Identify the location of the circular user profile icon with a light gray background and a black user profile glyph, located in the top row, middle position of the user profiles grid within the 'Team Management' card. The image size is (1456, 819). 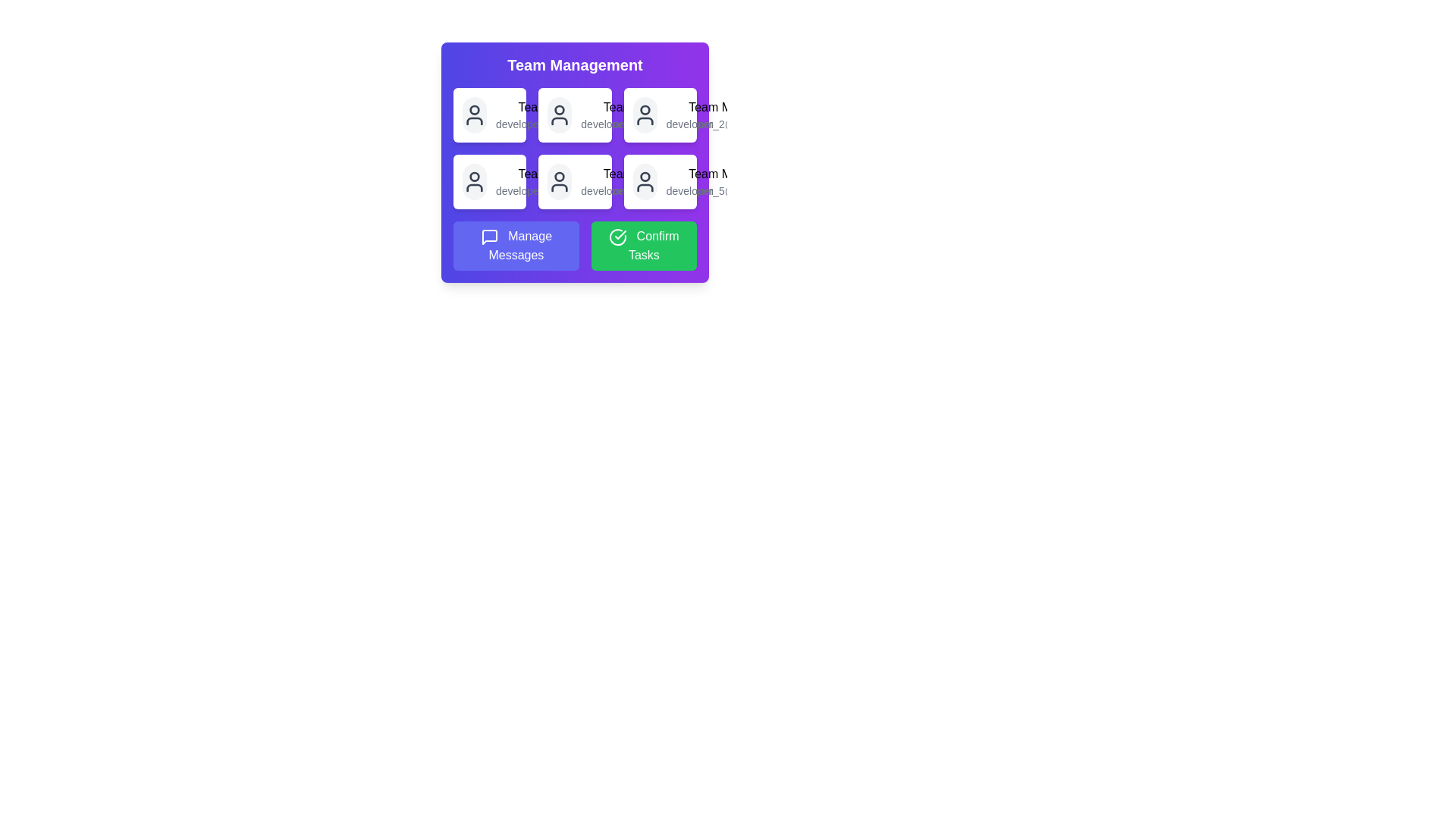
(559, 114).